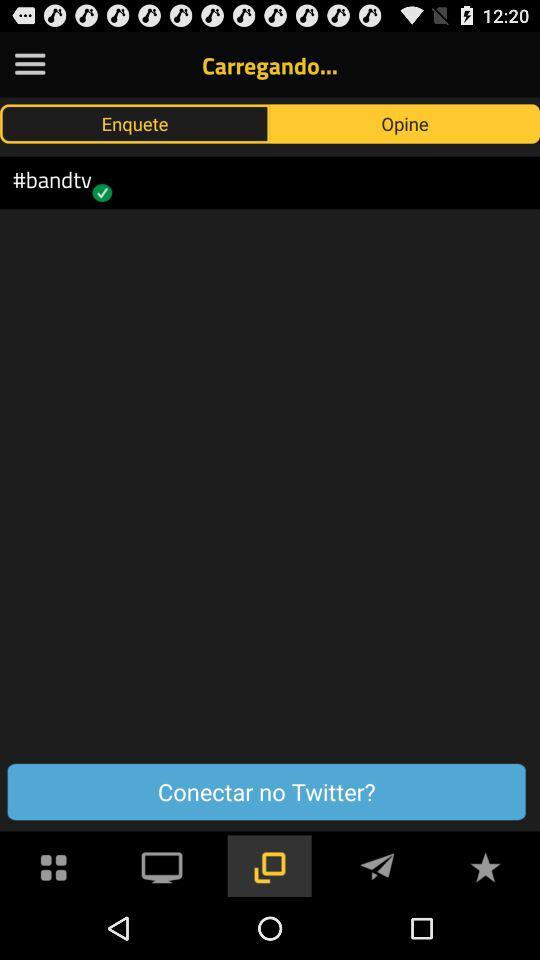 The height and width of the screenshot is (960, 540). I want to click on the button above the enquete item, so click(29, 64).